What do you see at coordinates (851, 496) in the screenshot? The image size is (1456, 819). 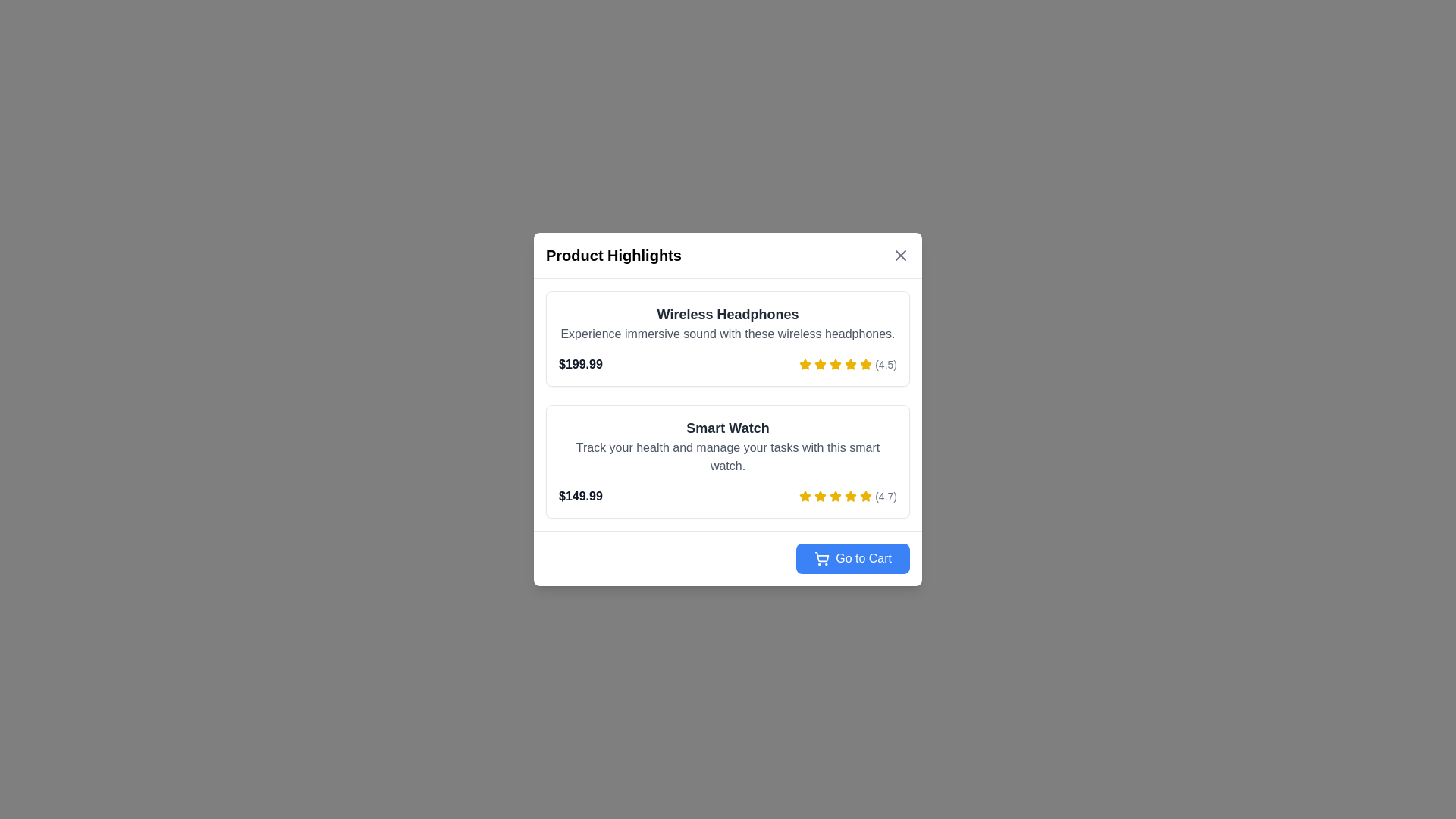 I see `the fifth star icon in the rating system for the 'Smart Watch' product to interact with it` at bounding box center [851, 496].